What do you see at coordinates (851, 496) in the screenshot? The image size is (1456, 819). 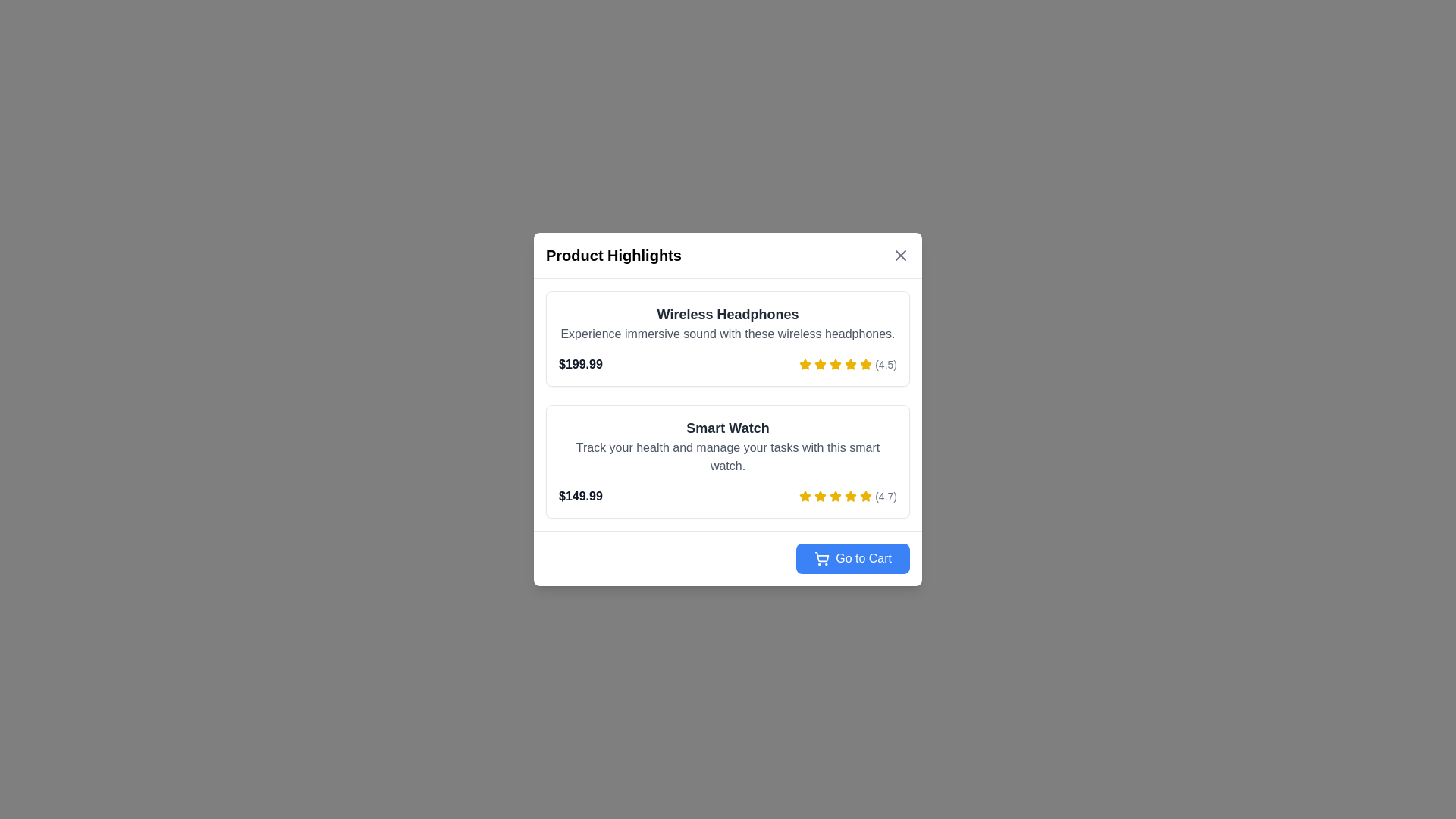 I see `the fifth star icon in the rating system for the 'Smart Watch' product to interact with it` at bounding box center [851, 496].